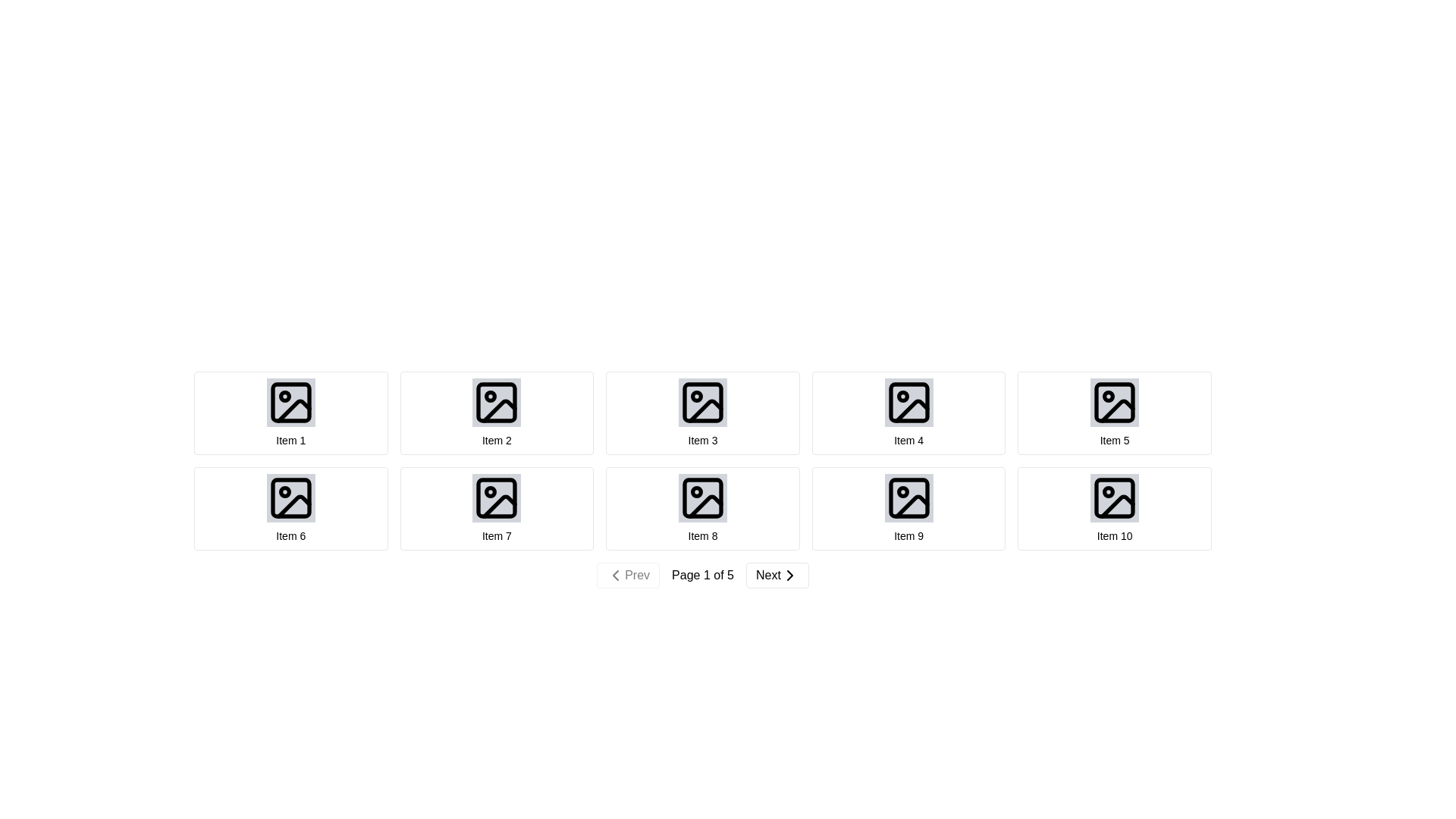 The height and width of the screenshot is (819, 1456). I want to click on the small circular decorative graphic feature within the grayscale picture frame icon associated with 'Item 10', located in the top-right region of the icon, so click(1109, 491).